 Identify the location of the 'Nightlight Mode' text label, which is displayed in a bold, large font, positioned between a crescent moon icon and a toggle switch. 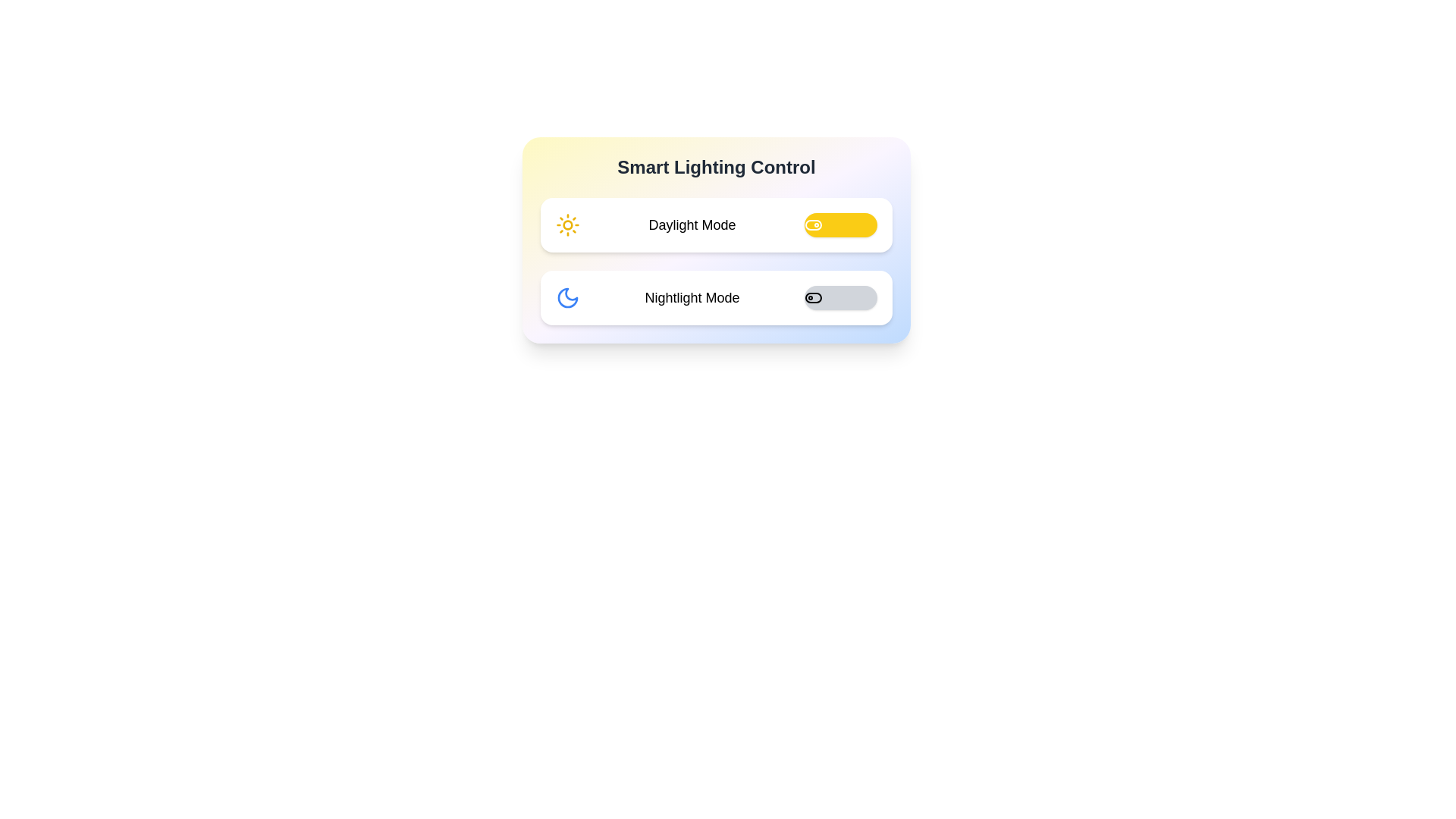
(691, 298).